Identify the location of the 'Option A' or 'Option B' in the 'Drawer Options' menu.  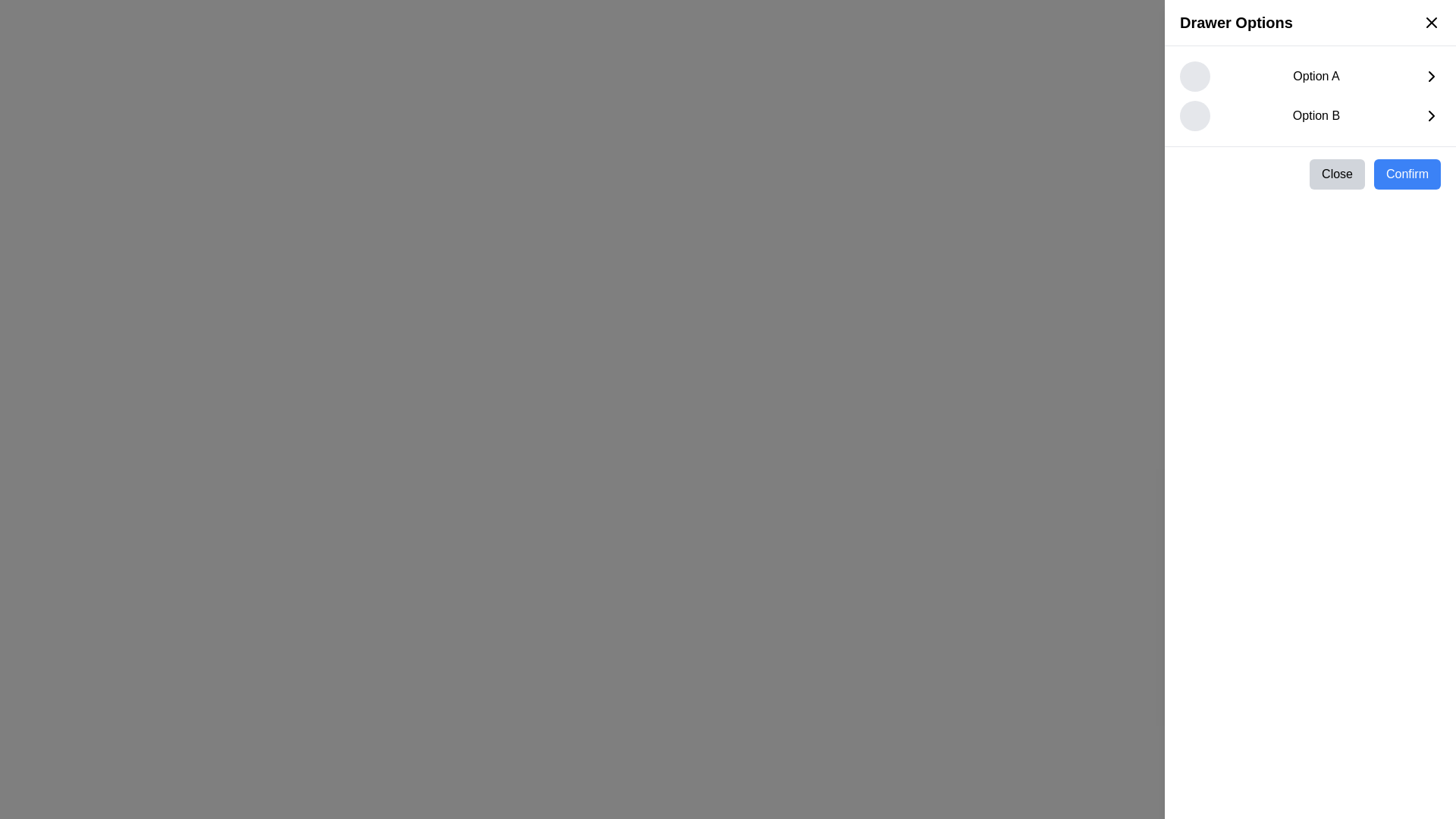
(1310, 96).